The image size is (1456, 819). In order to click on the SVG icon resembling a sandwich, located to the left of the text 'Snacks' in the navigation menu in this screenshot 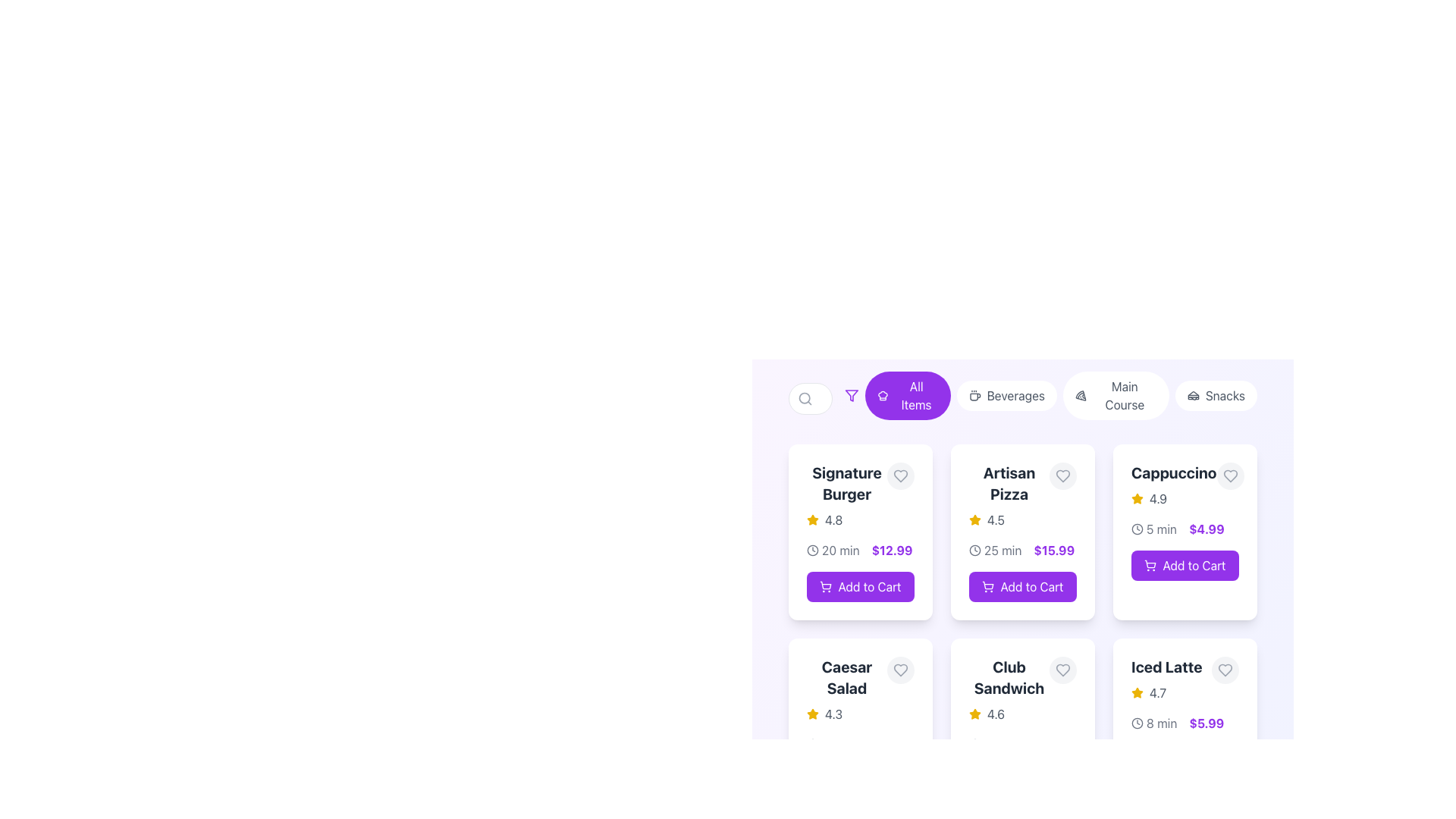, I will do `click(1192, 394)`.